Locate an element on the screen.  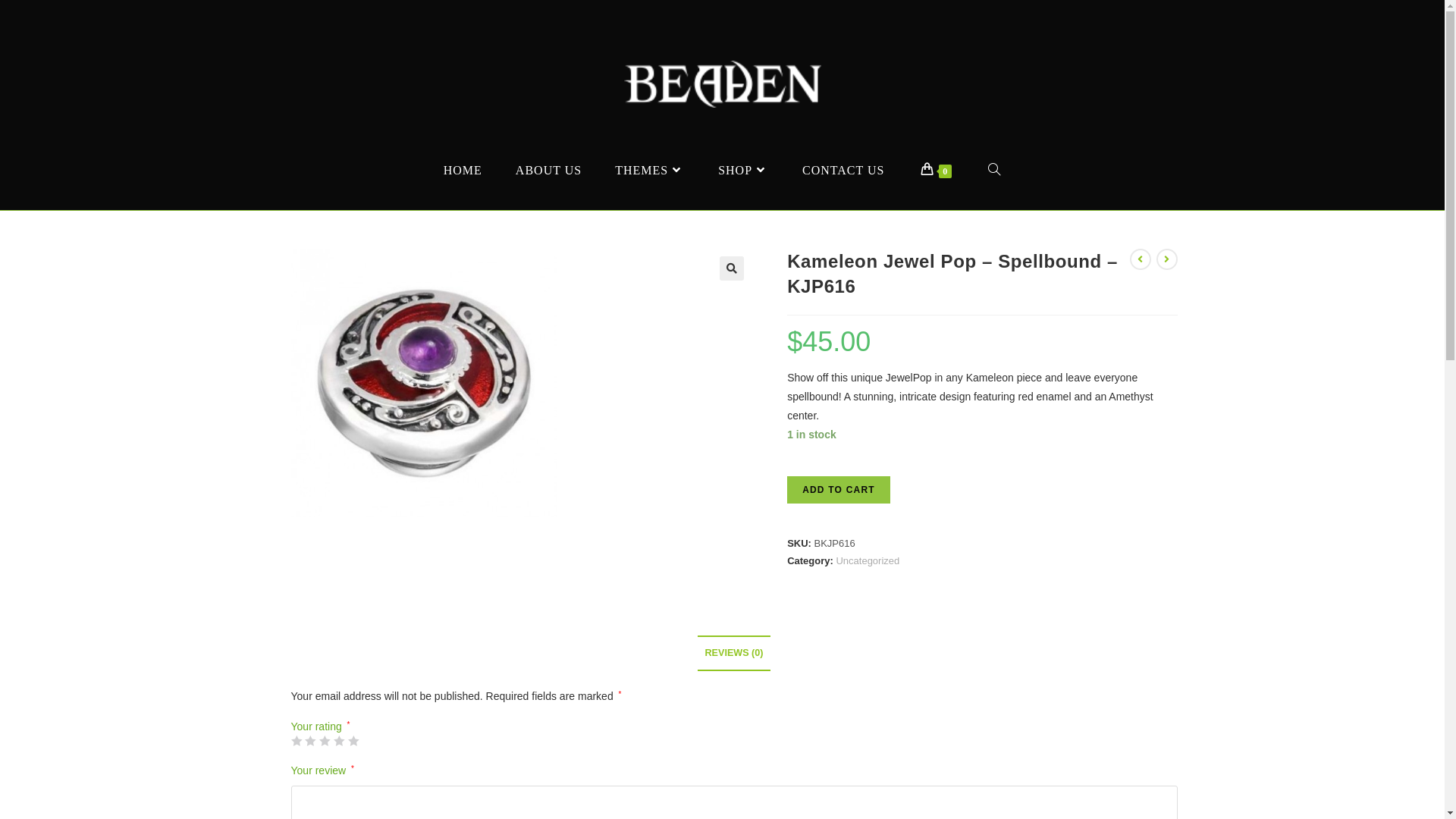
'CONTACT US' is located at coordinates (843, 170).